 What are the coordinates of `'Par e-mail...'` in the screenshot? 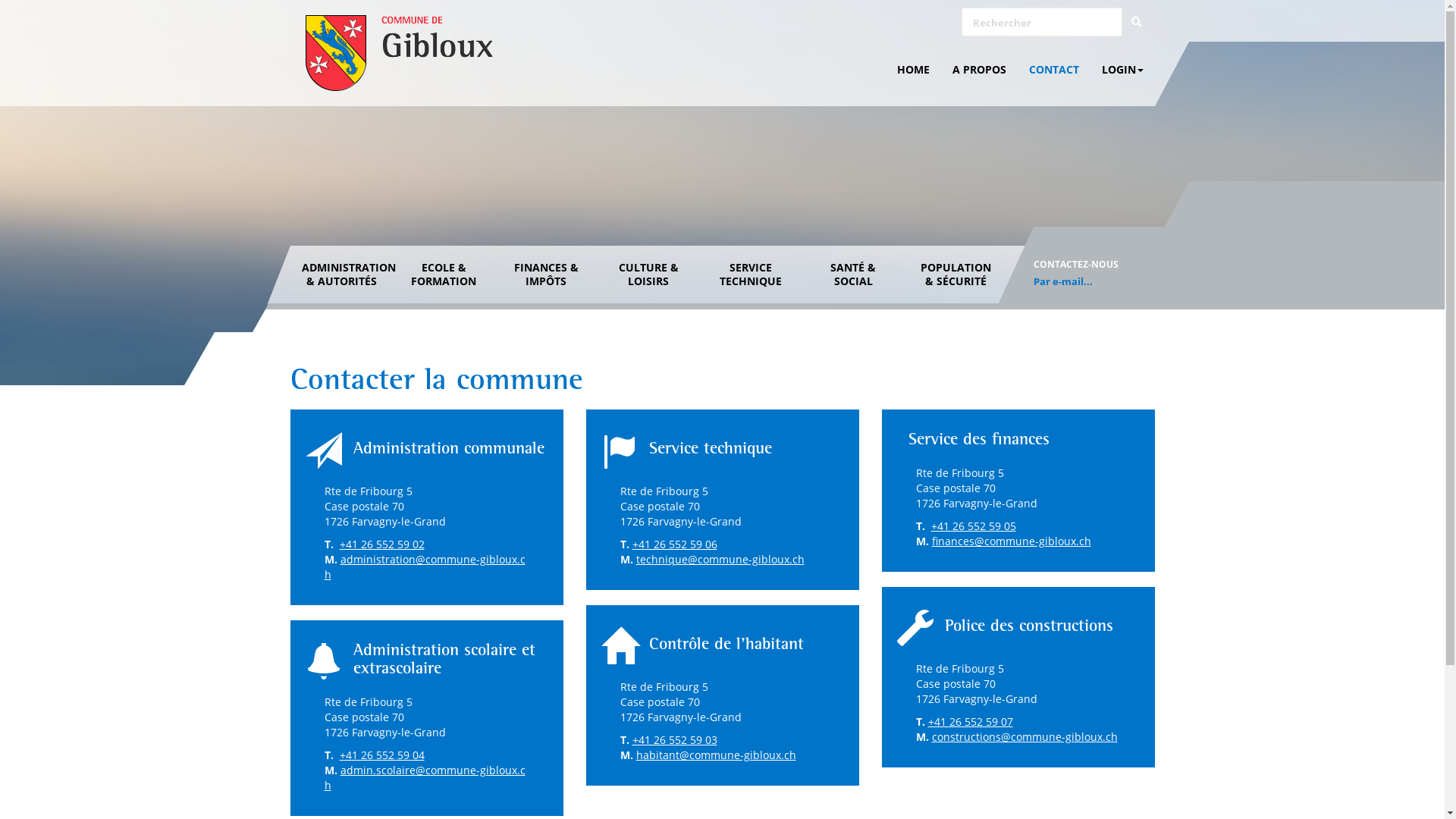 It's located at (1062, 281).